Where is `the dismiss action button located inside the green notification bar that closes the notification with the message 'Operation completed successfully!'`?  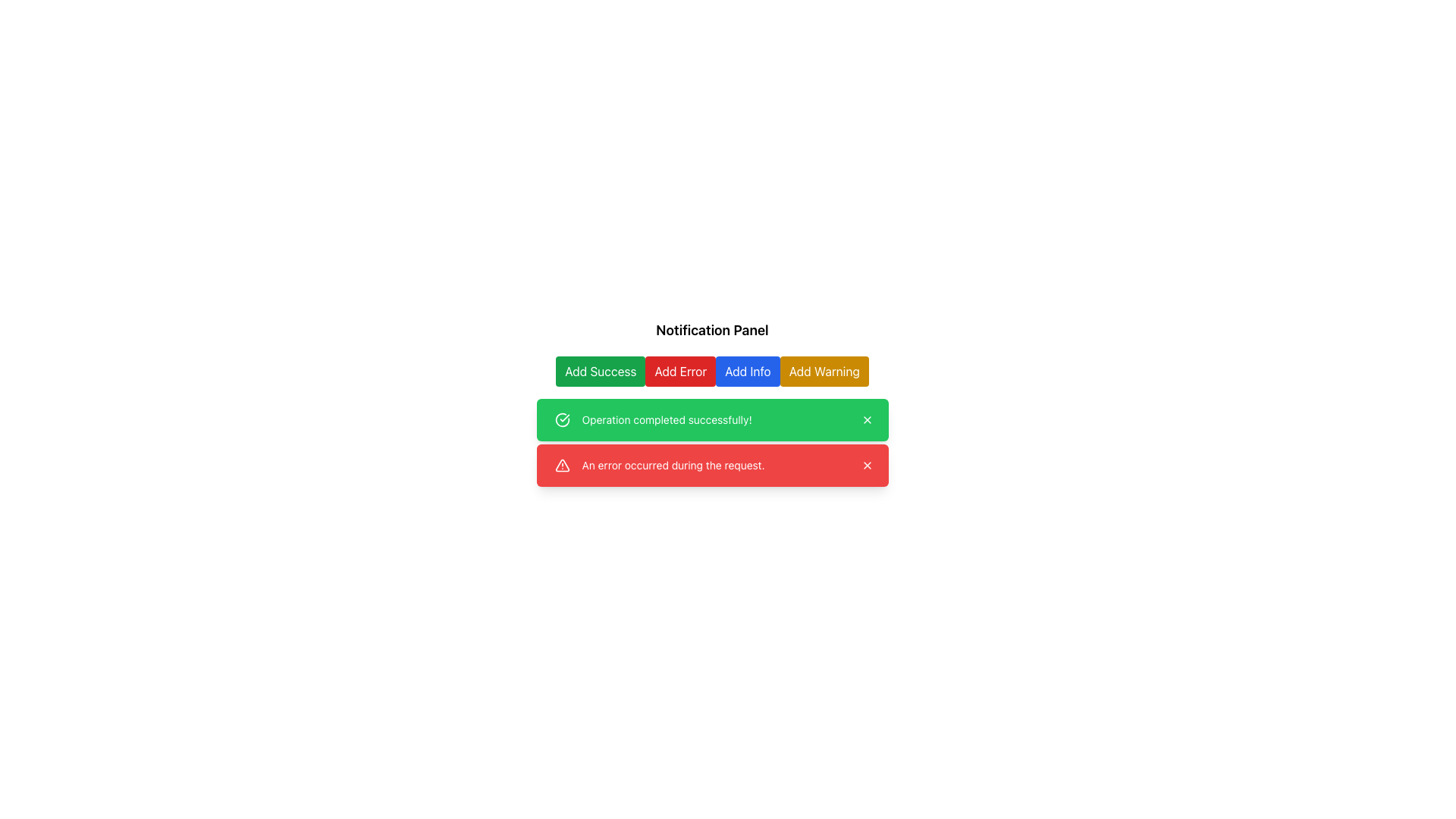 the dismiss action button located inside the green notification bar that closes the notification with the message 'Operation completed successfully!' is located at coordinates (867, 420).